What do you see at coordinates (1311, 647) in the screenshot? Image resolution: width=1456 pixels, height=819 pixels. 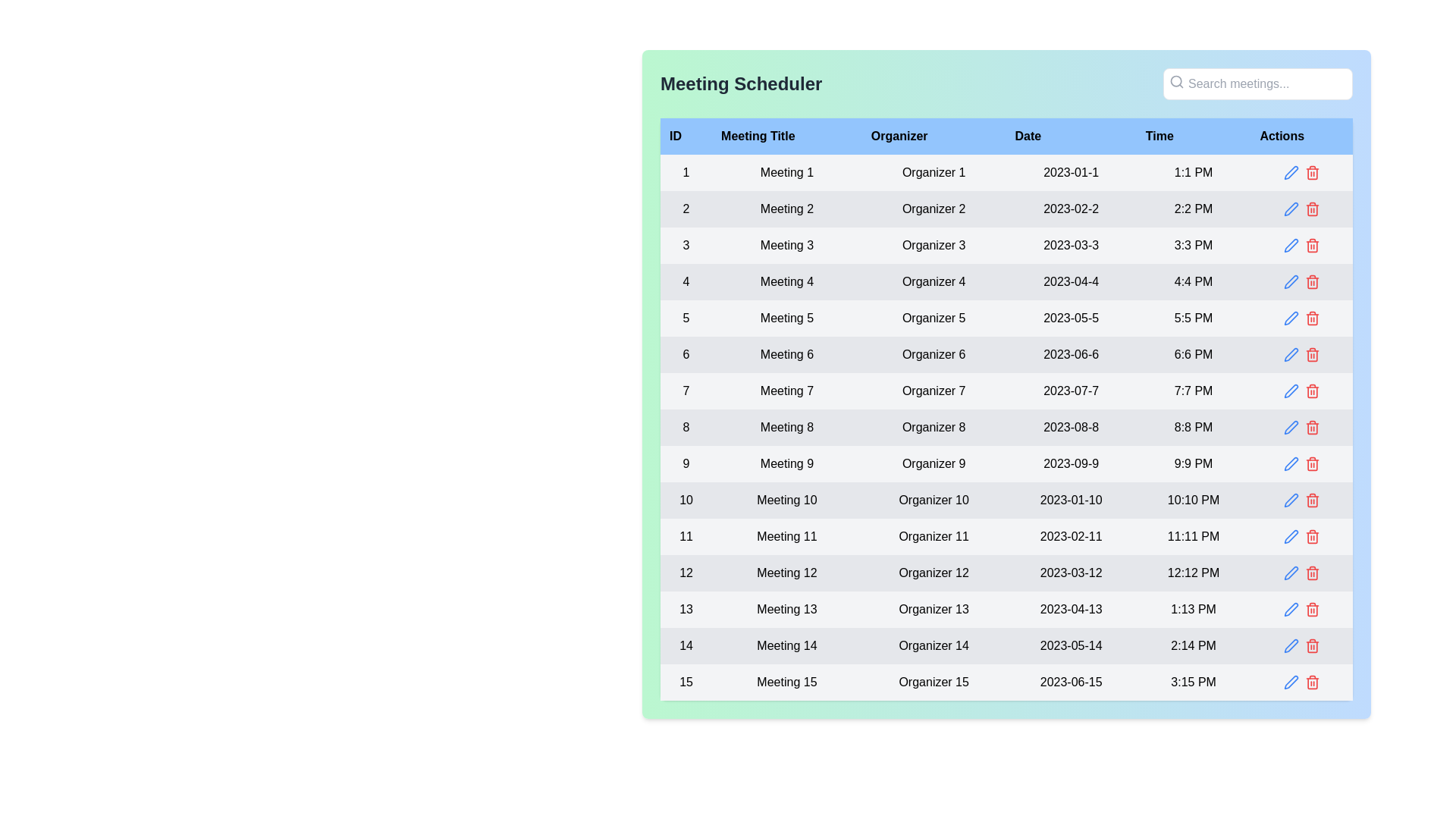 I see `the trash icon in the Actions column of the last row (Row 15)` at bounding box center [1311, 647].